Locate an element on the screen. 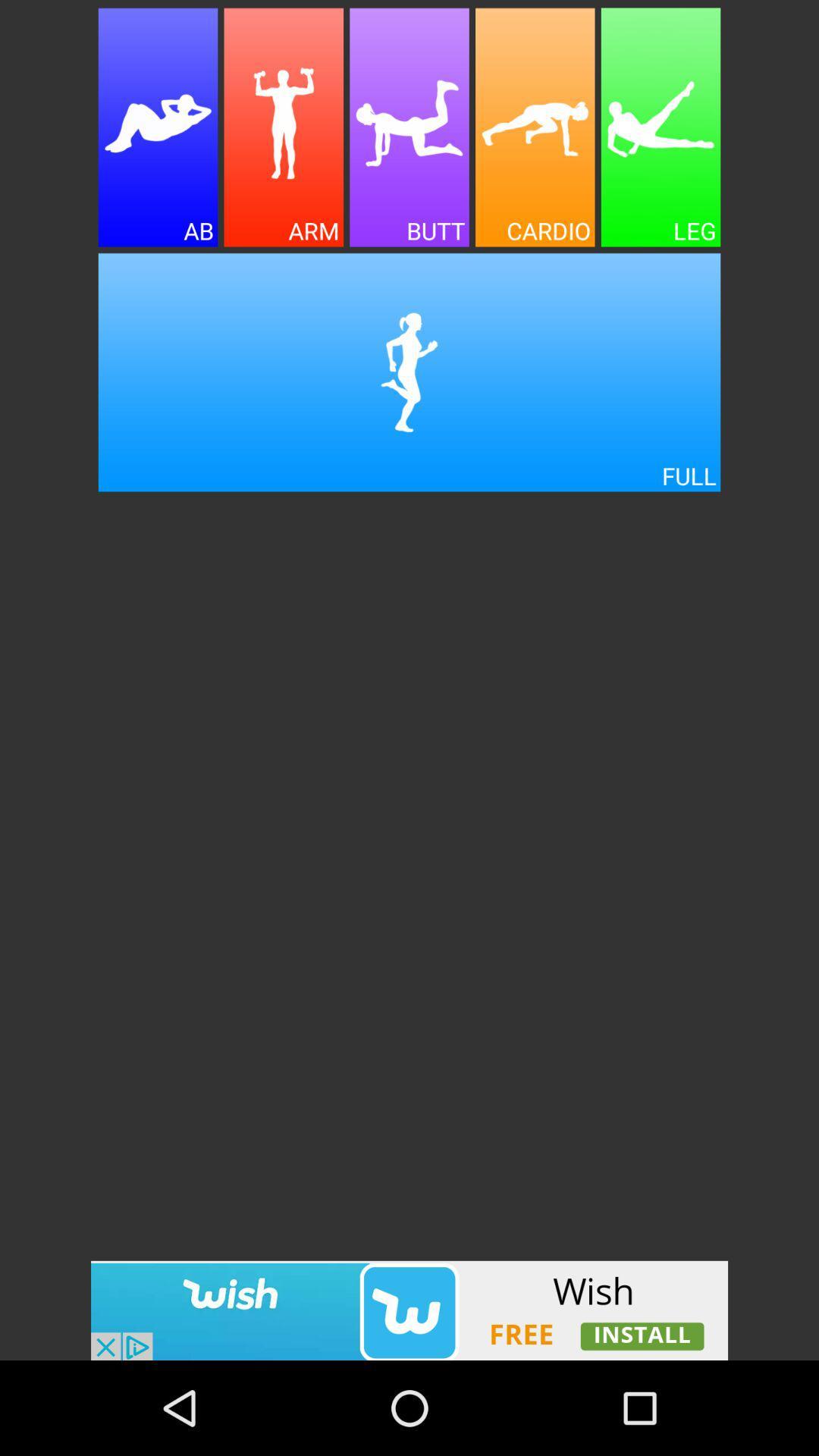  working on leg exercises is located at coordinates (660, 127).